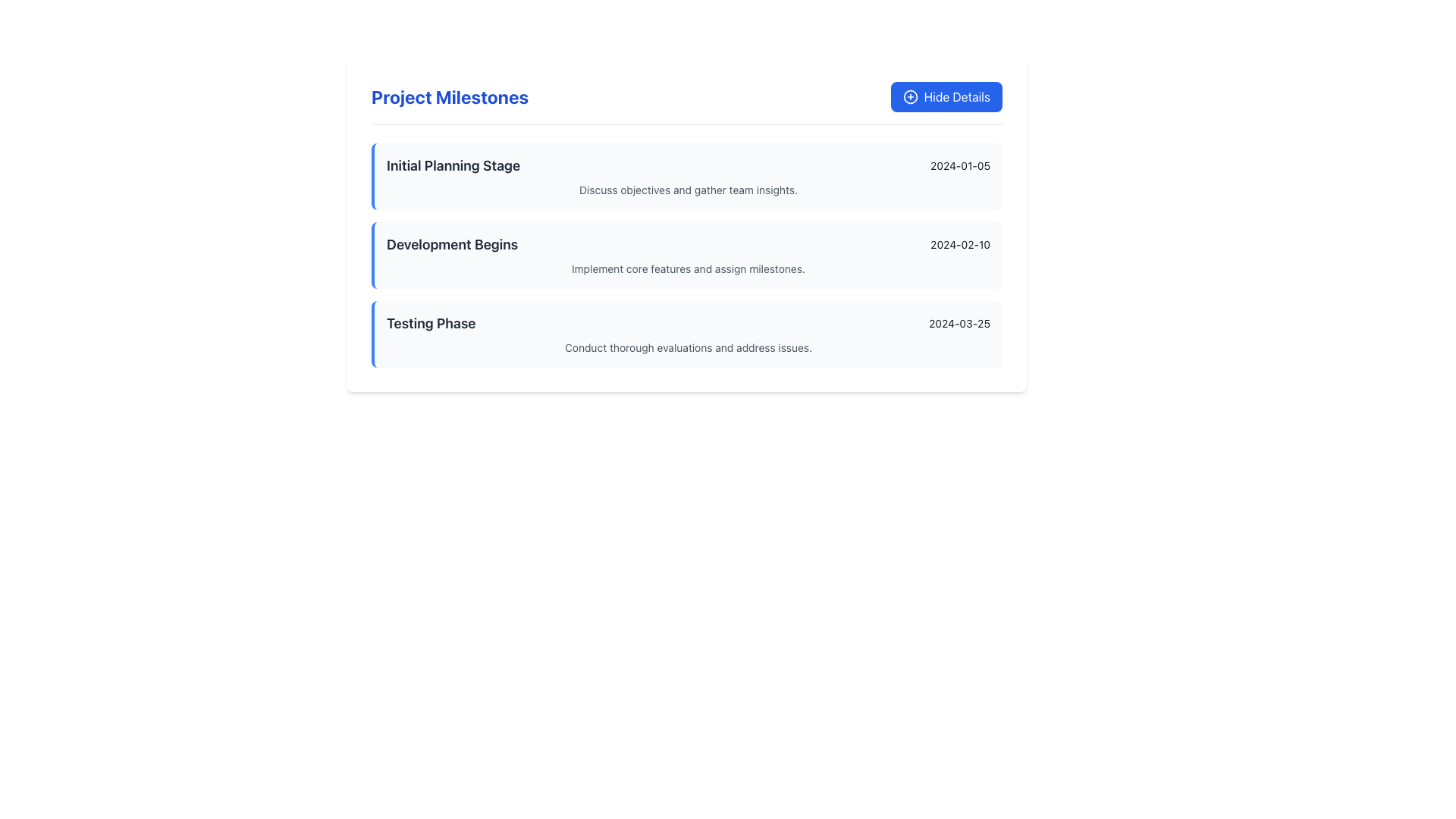 Image resolution: width=1456 pixels, height=819 pixels. Describe the element at coordinates (451, 244) in the screenshot. I see `text label displaying 'Development Begins' which is located in the second item of the vertically stacked list under the 'Project Milestones' section` at that location.